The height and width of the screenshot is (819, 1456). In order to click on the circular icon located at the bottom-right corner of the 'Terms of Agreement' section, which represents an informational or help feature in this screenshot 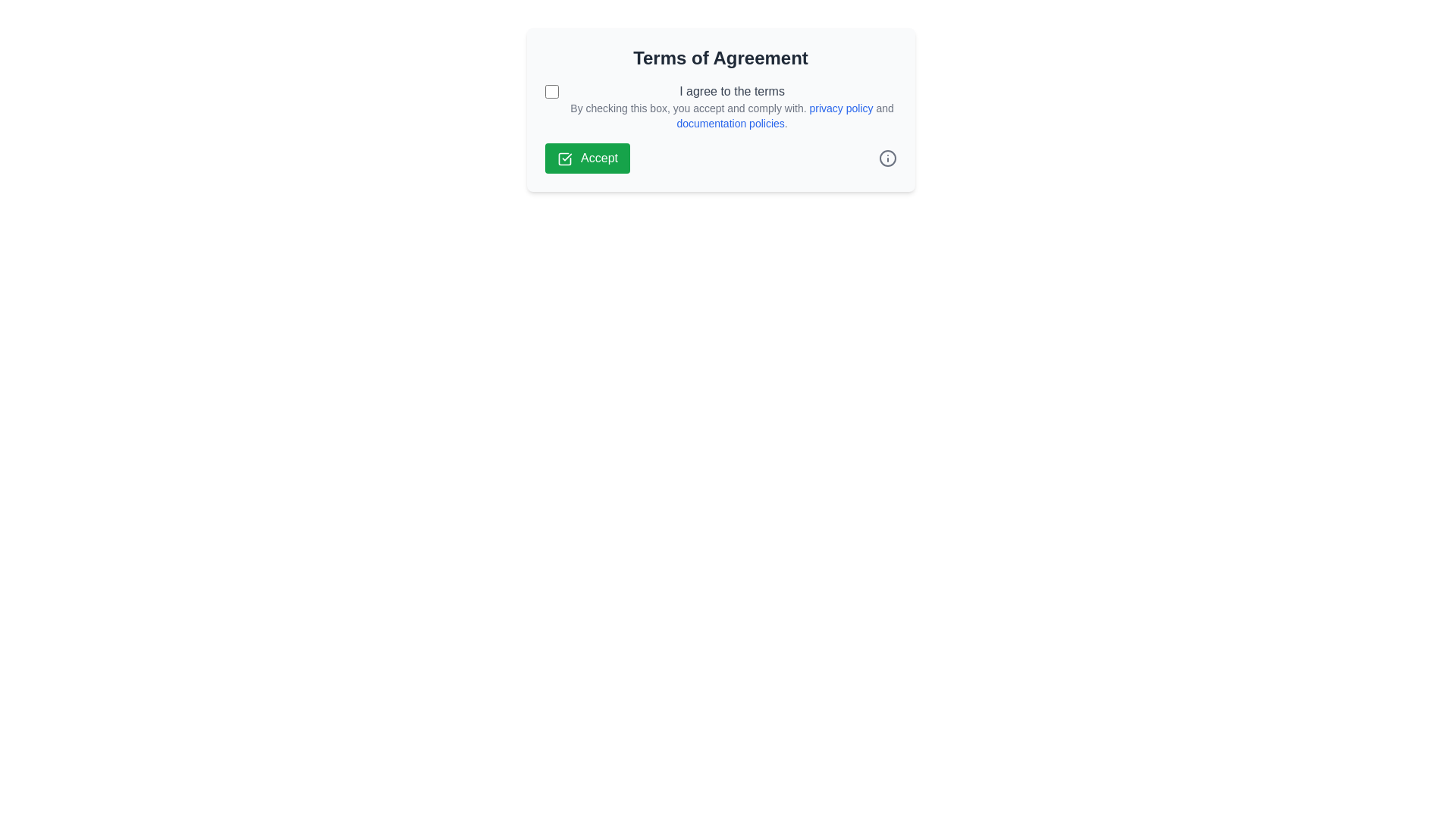, I will do `click(887, 158)`.